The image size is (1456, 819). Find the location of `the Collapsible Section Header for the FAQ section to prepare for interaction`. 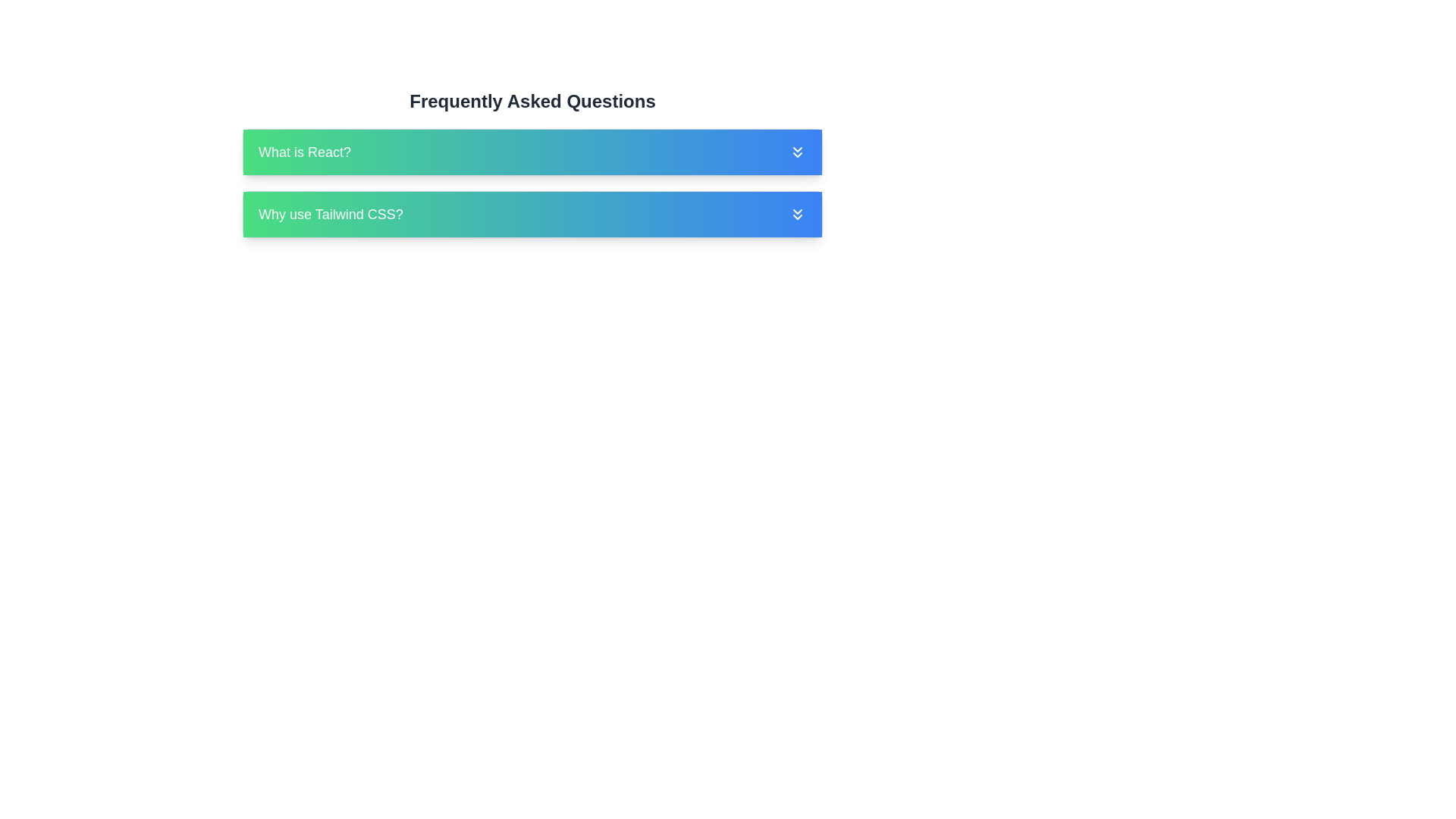

the Collapsible Section Header for the FAQ section to prepare for interaction is located at coordinates (532, 152).